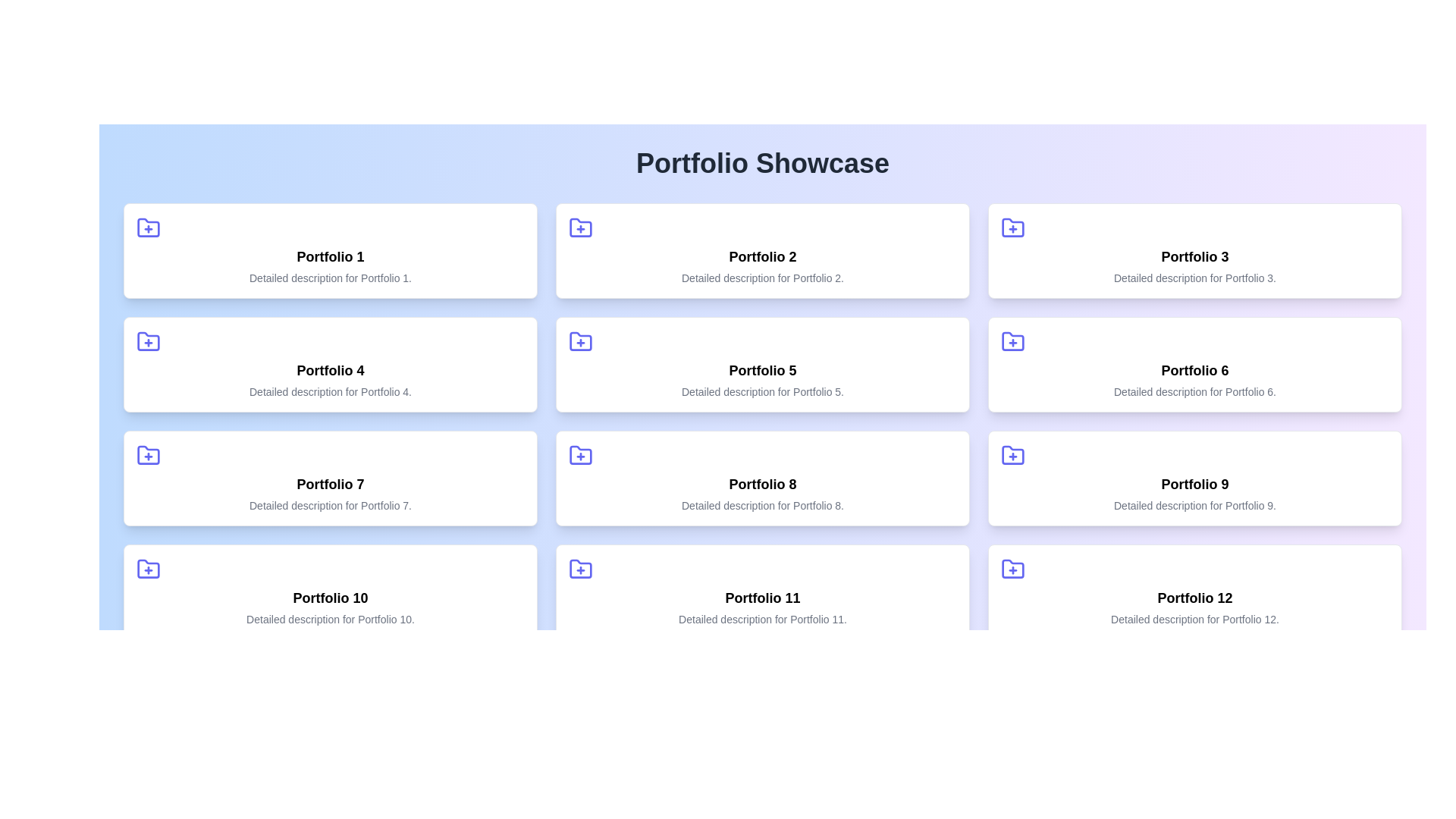 The image size is (1456, 819). I want to click on the blue folder icon with a plus sign located in the upper-left corner of the 'Portfolio 10' card, so click(149, 570).